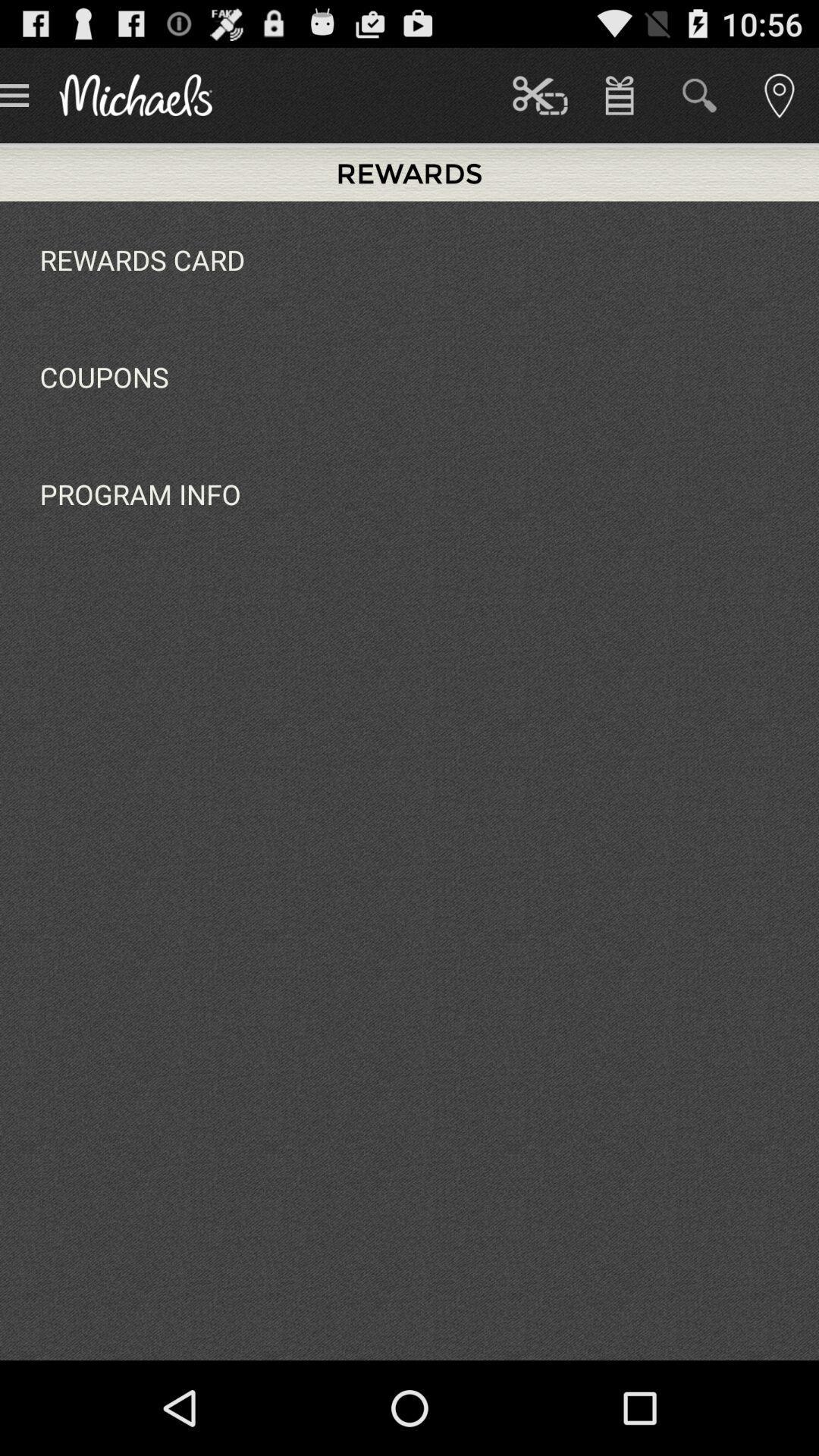 Image resolution: width=819 pixels, height=1456 pixels. I want to click on the rewards card app, so click(142, 259).